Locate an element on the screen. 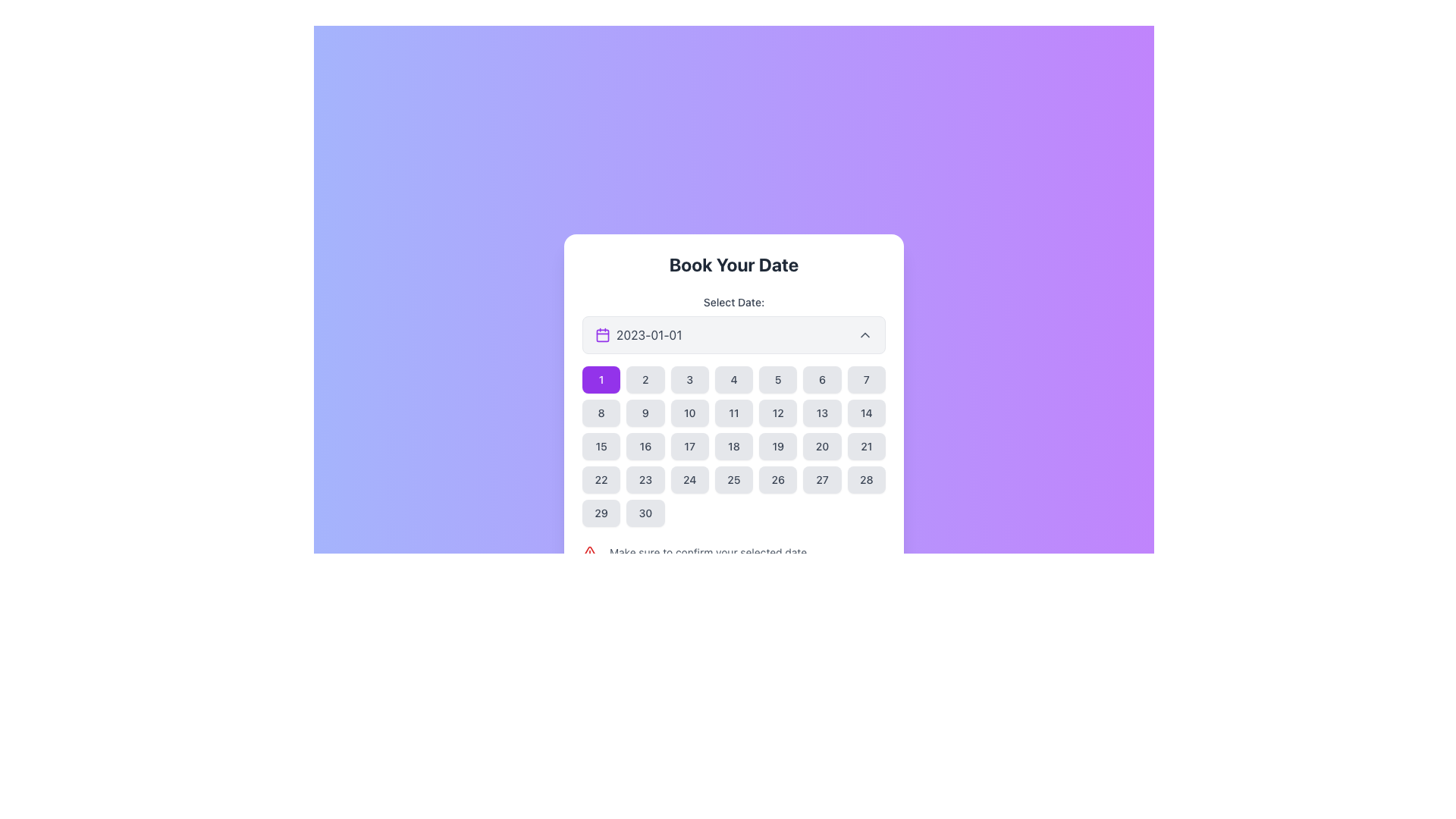 The image size is (1456, 819). the button labeled '29' in the calendar interface is located at coordinates (601, 513).